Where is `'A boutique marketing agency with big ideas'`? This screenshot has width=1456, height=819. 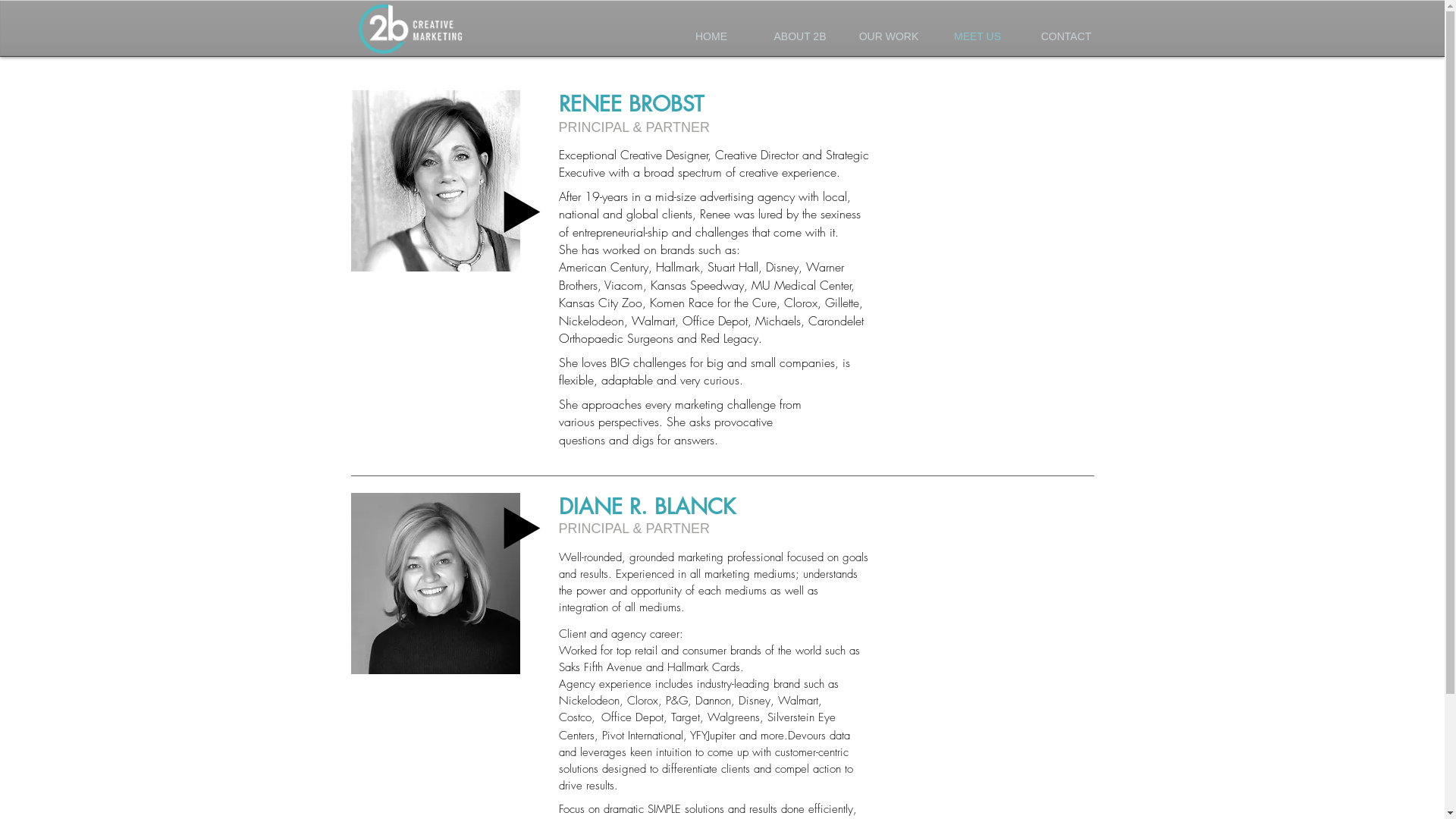
'A boutique marketing agency with big ideas' is located at coordinates (411, 31).